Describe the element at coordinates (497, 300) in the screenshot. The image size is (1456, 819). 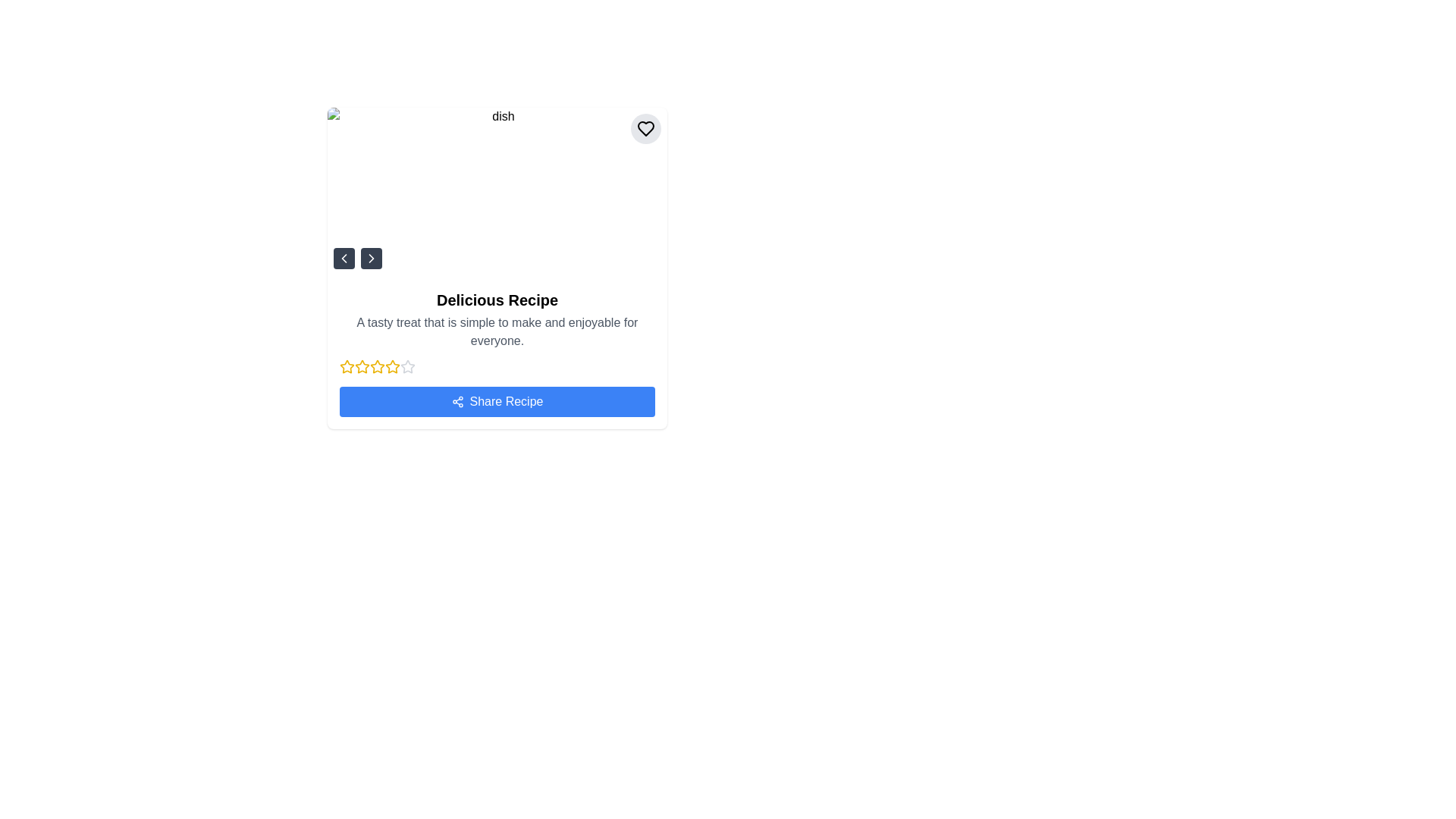
I see `the Text Header that reads 'Delicious Recipe', which is a bold and prominent title located at the upper-middle section of the card layout` at that location.